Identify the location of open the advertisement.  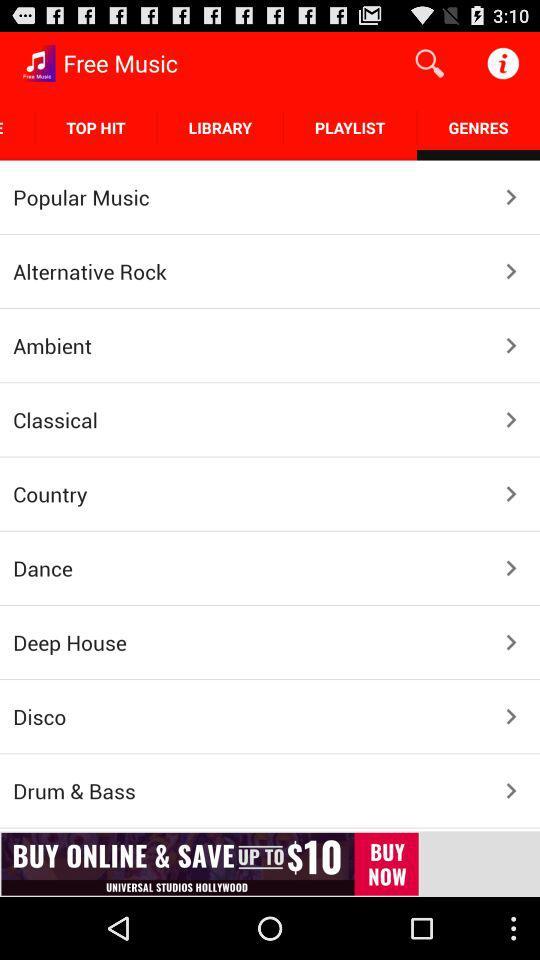
(270, 863).